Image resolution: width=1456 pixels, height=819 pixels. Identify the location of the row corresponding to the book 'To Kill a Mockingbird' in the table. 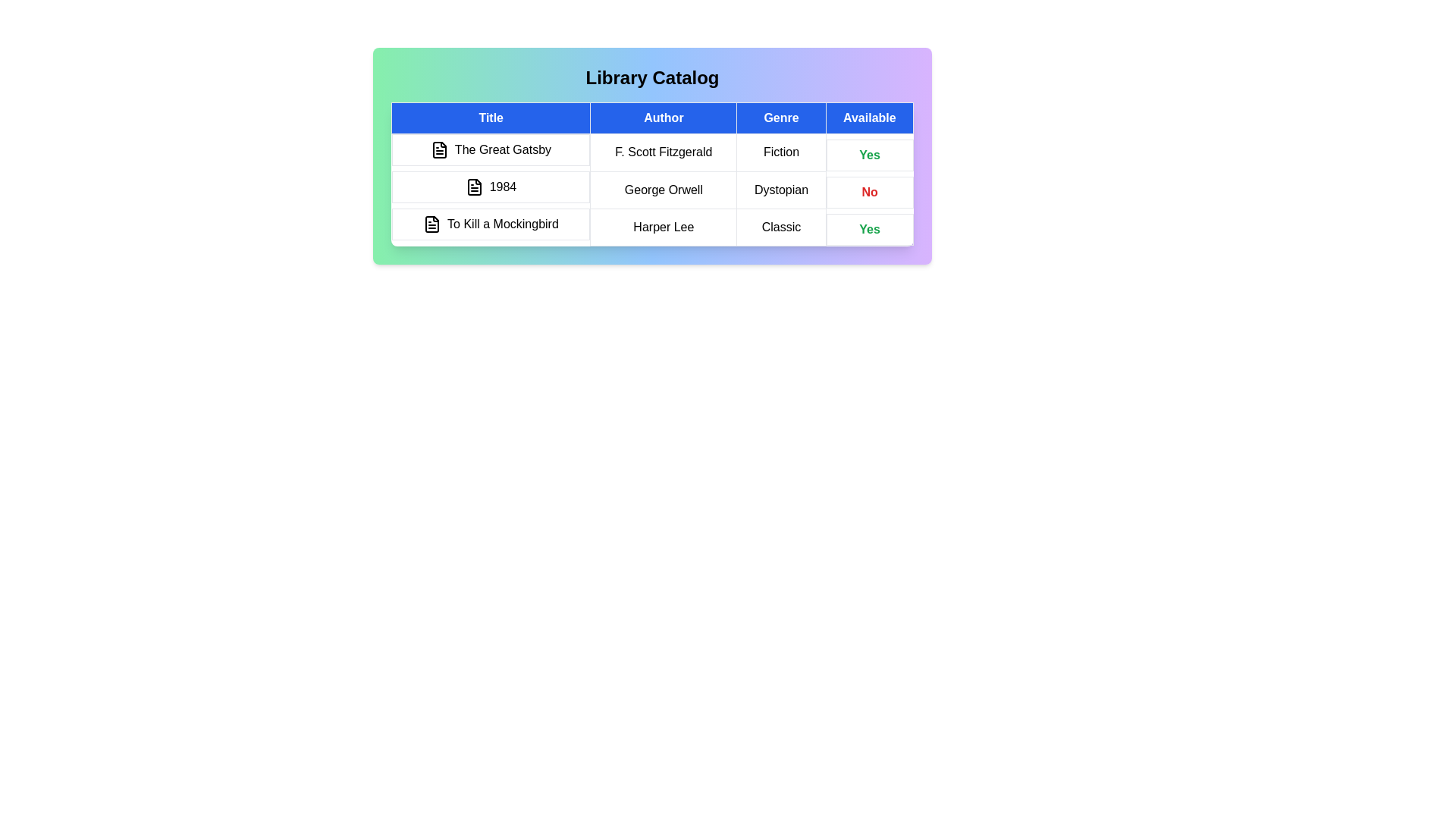
(652, 227).